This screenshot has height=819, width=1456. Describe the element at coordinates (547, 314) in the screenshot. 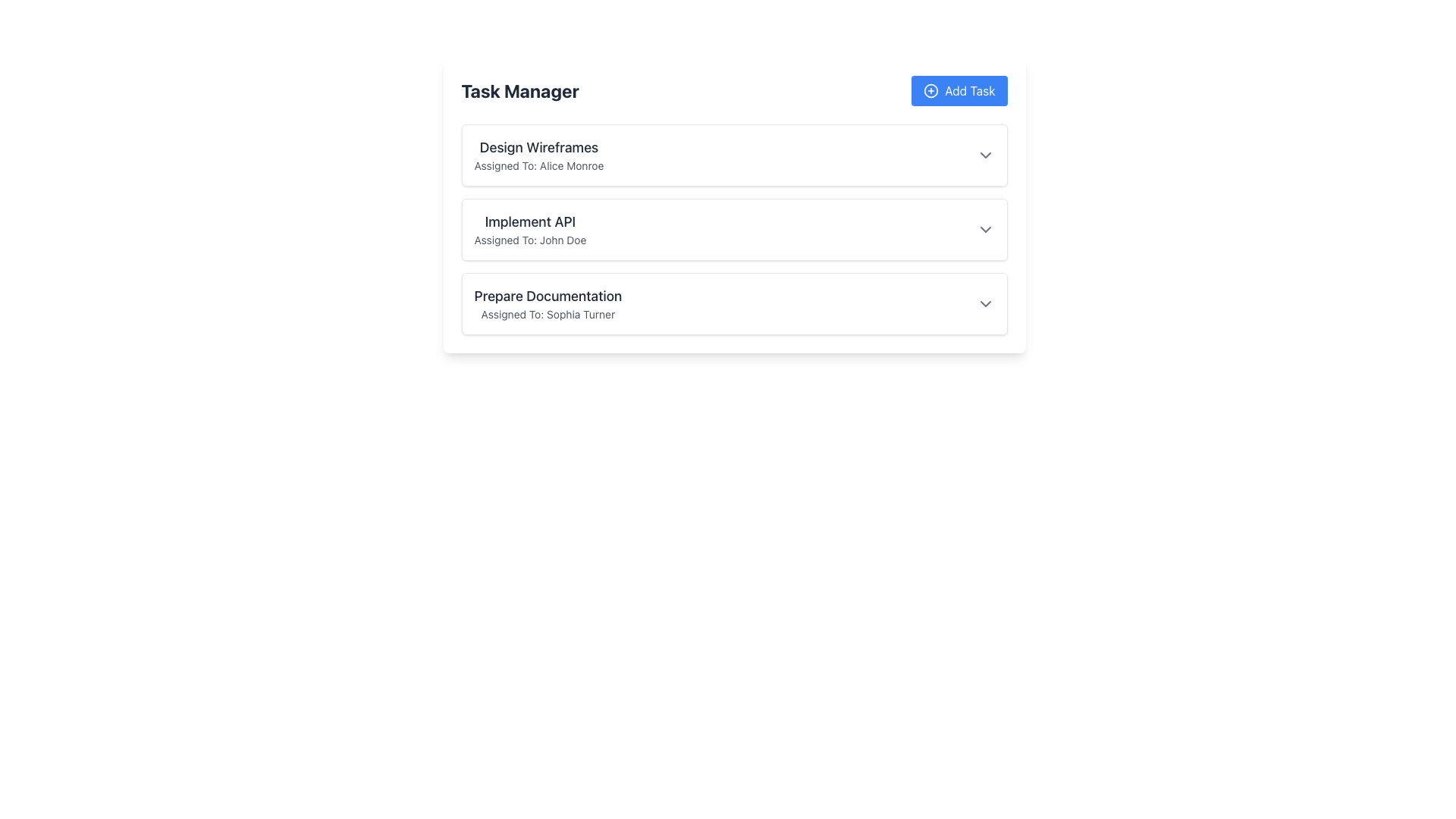

I see `the Static Text Label that provides information about the assignee for the 'Prepare Documentation' task, located below the 'Prepare Documentation' text` at that location.